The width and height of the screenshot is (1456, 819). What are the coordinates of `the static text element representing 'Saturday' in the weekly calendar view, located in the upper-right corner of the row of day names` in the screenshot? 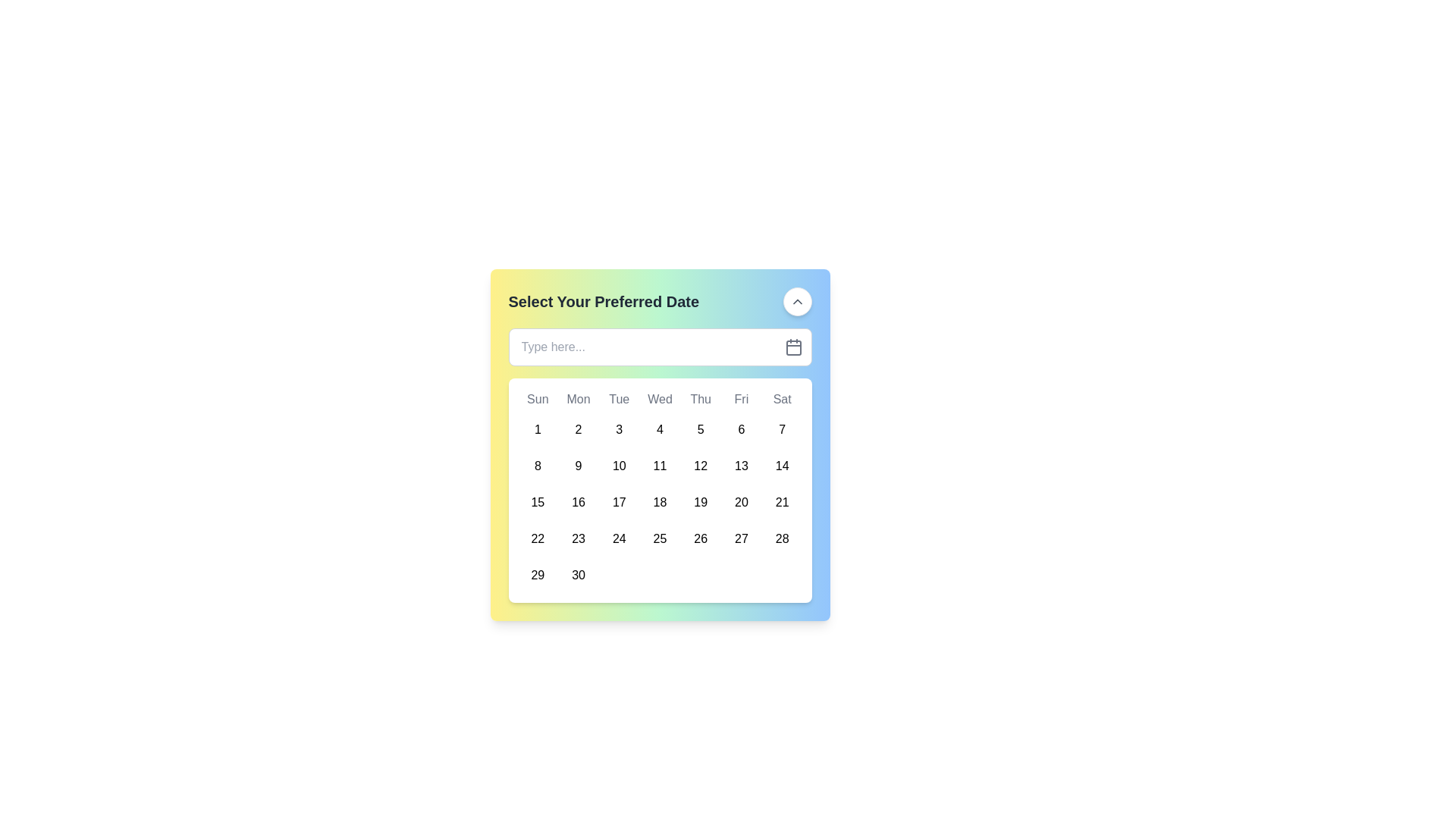 It's located at (782, 399).